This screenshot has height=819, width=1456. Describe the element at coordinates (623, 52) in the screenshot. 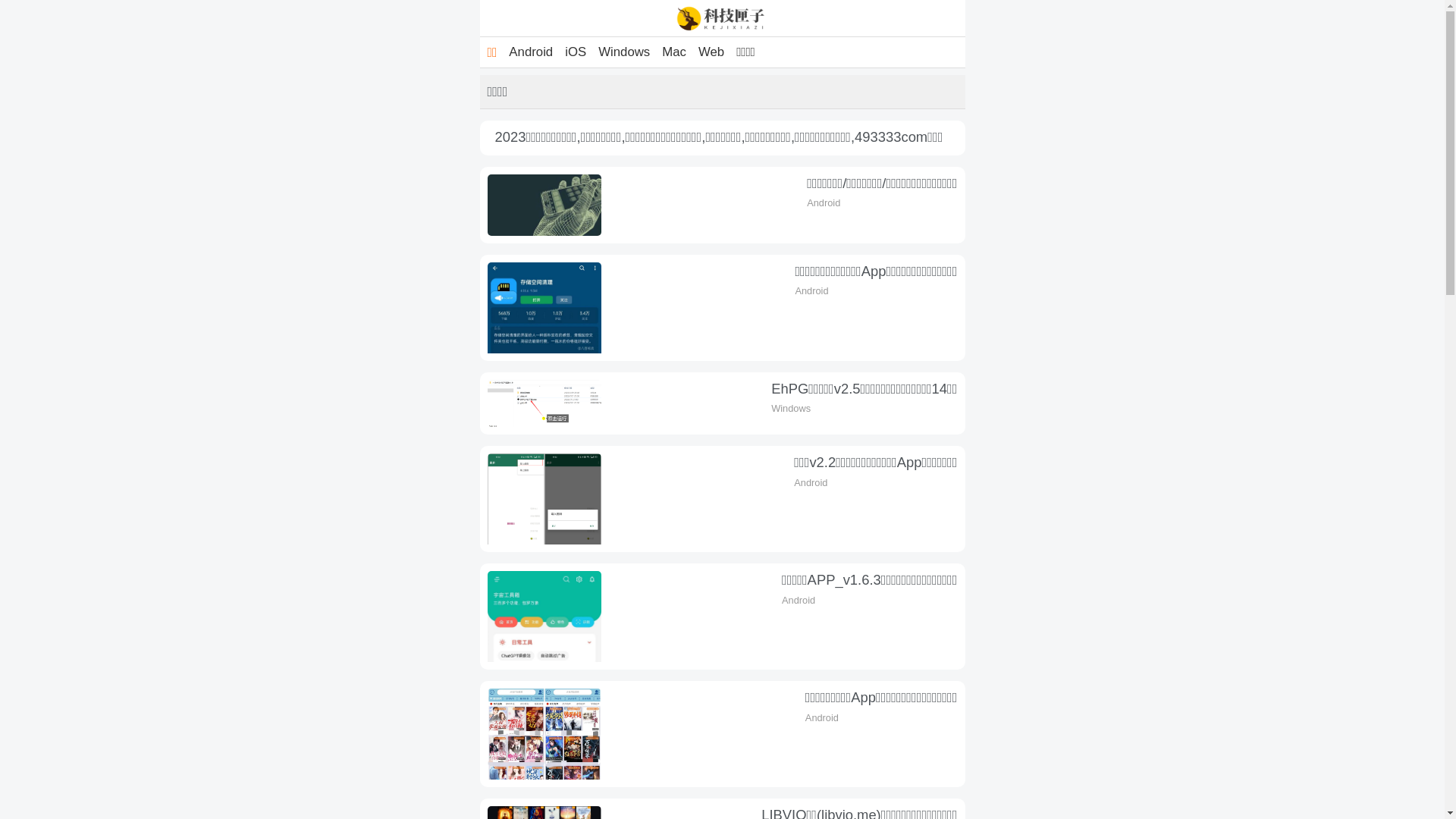

I see `'Windows'` at that location.